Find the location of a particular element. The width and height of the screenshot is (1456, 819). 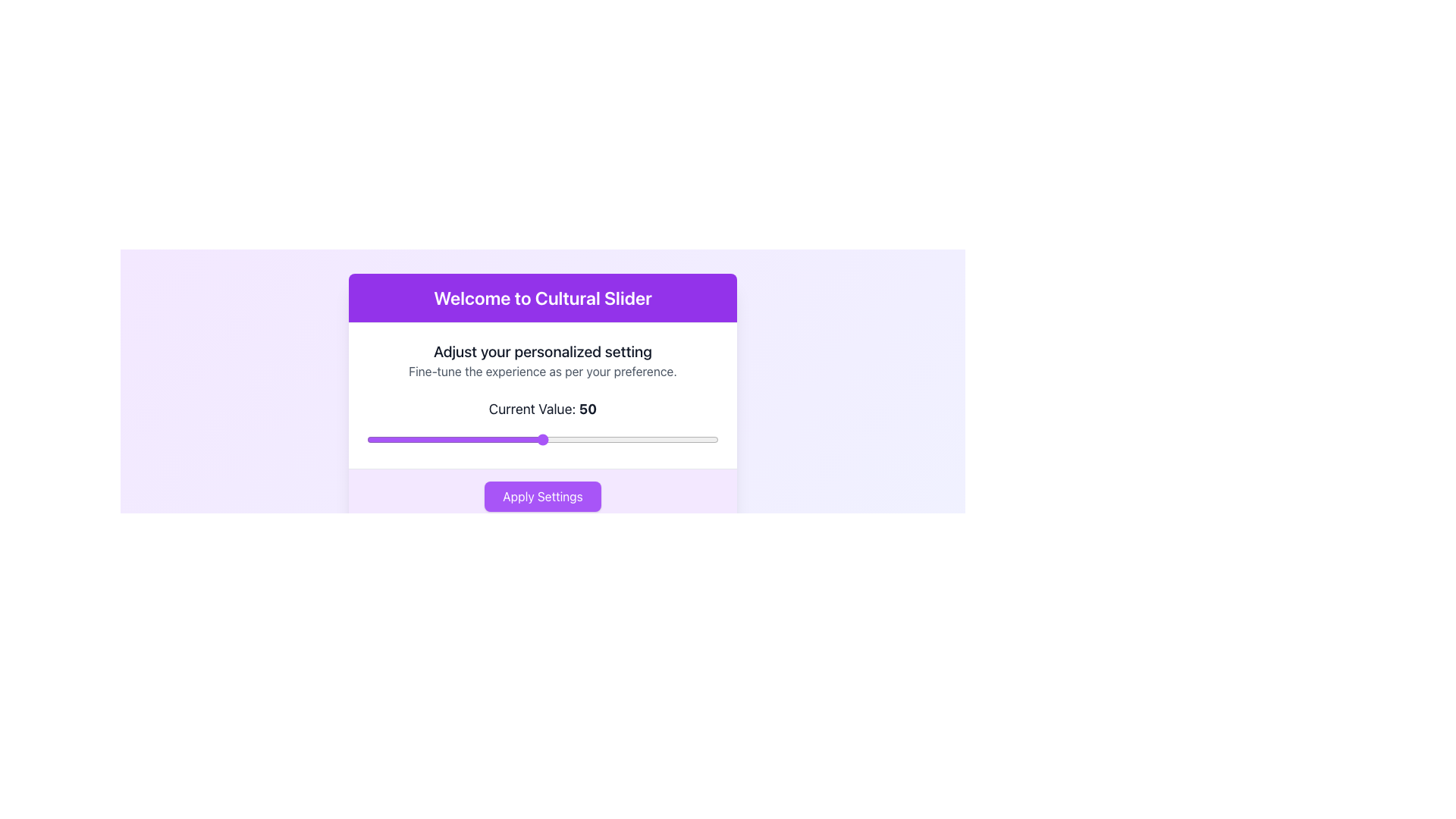

the slider is located at coordinates (409, 439).